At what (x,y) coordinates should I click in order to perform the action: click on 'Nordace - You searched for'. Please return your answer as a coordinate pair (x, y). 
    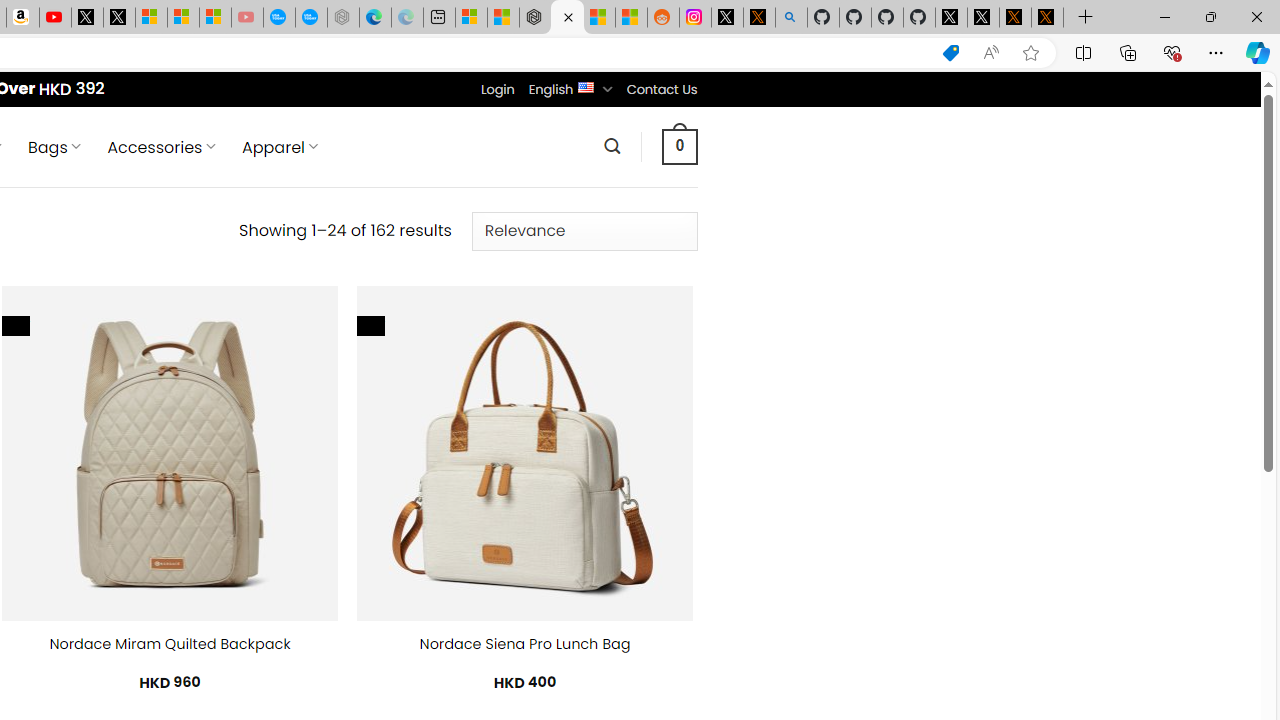
    Looking at the image, I should click on (566, 17).